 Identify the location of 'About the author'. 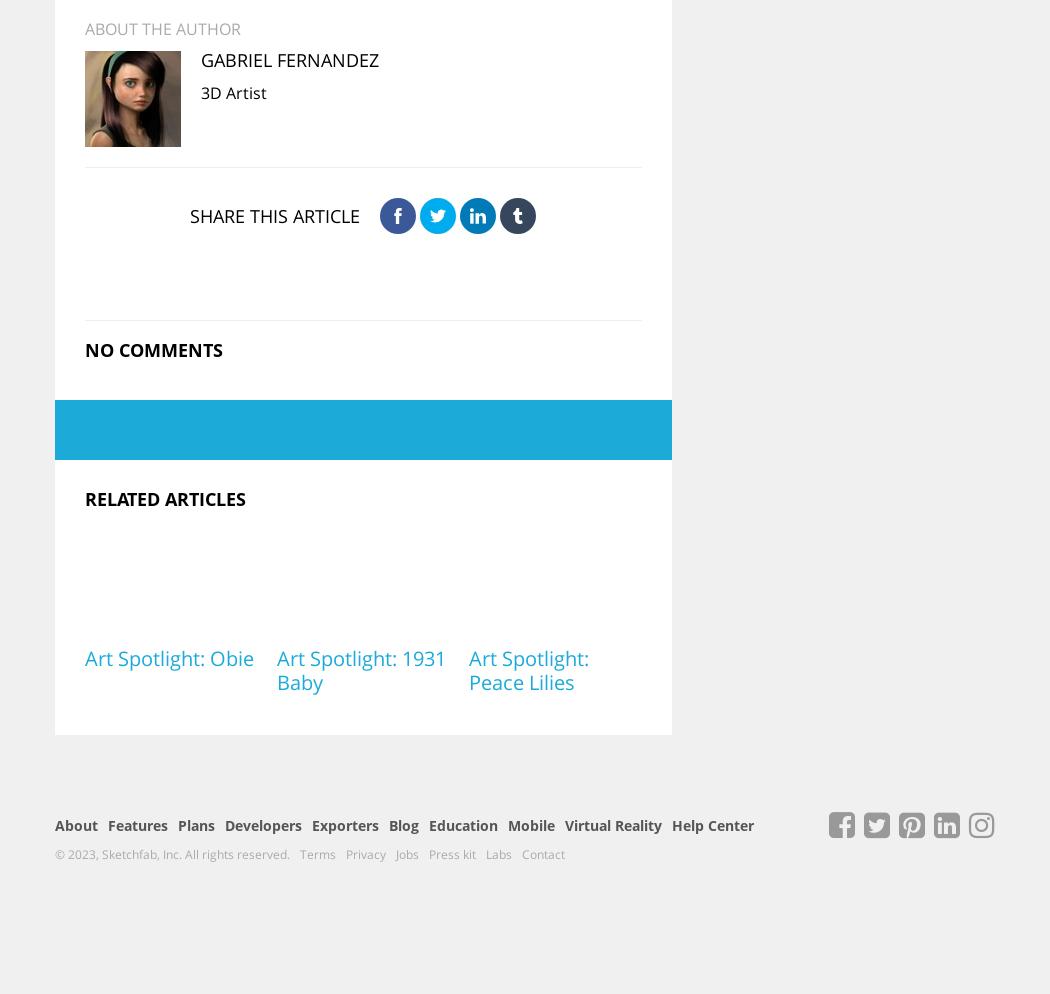
(162, 28).